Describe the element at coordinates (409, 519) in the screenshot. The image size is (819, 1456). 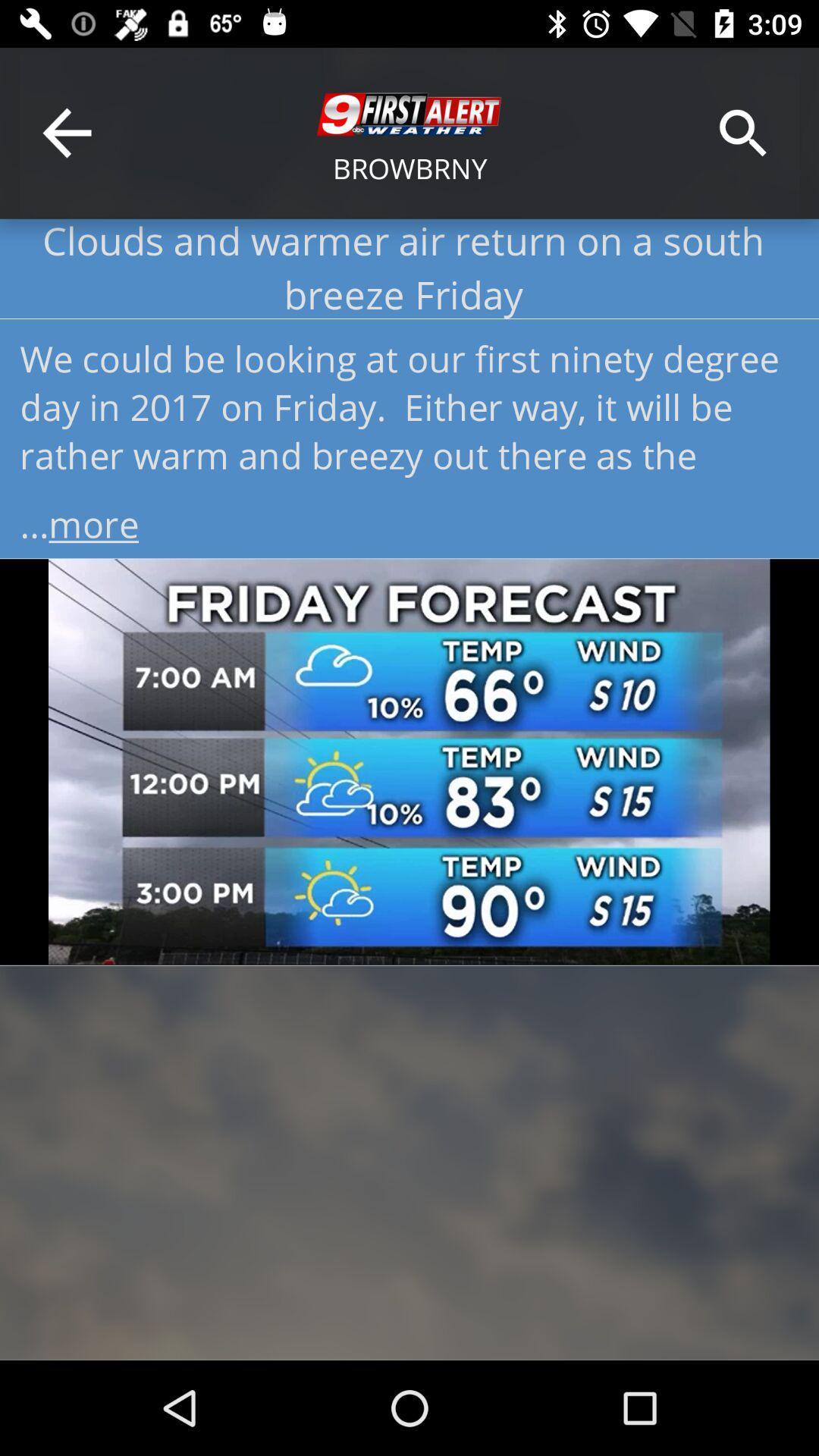
I see `...more item` at that location.